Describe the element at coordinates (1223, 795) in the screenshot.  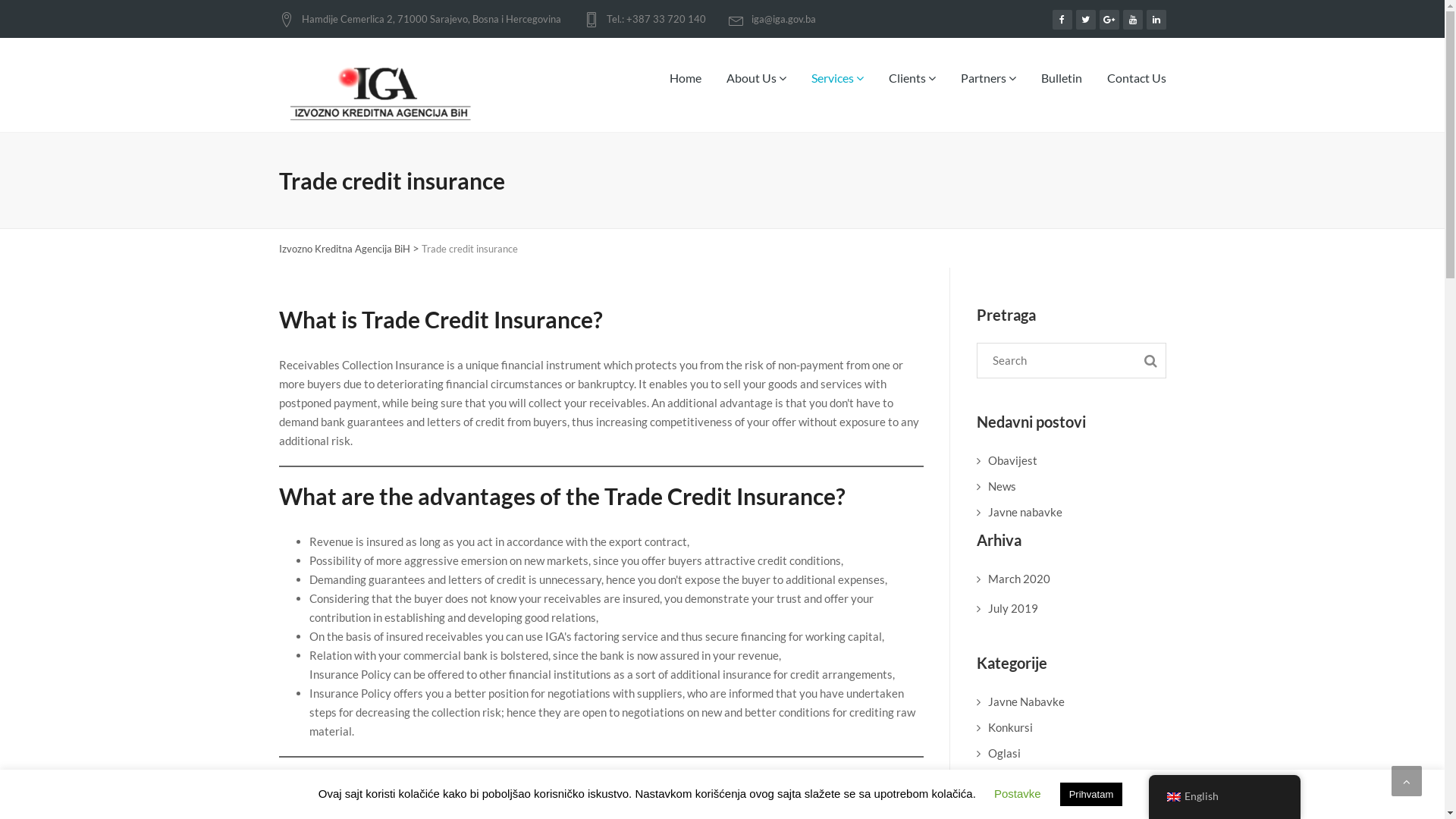
I see `'English'` at that location.